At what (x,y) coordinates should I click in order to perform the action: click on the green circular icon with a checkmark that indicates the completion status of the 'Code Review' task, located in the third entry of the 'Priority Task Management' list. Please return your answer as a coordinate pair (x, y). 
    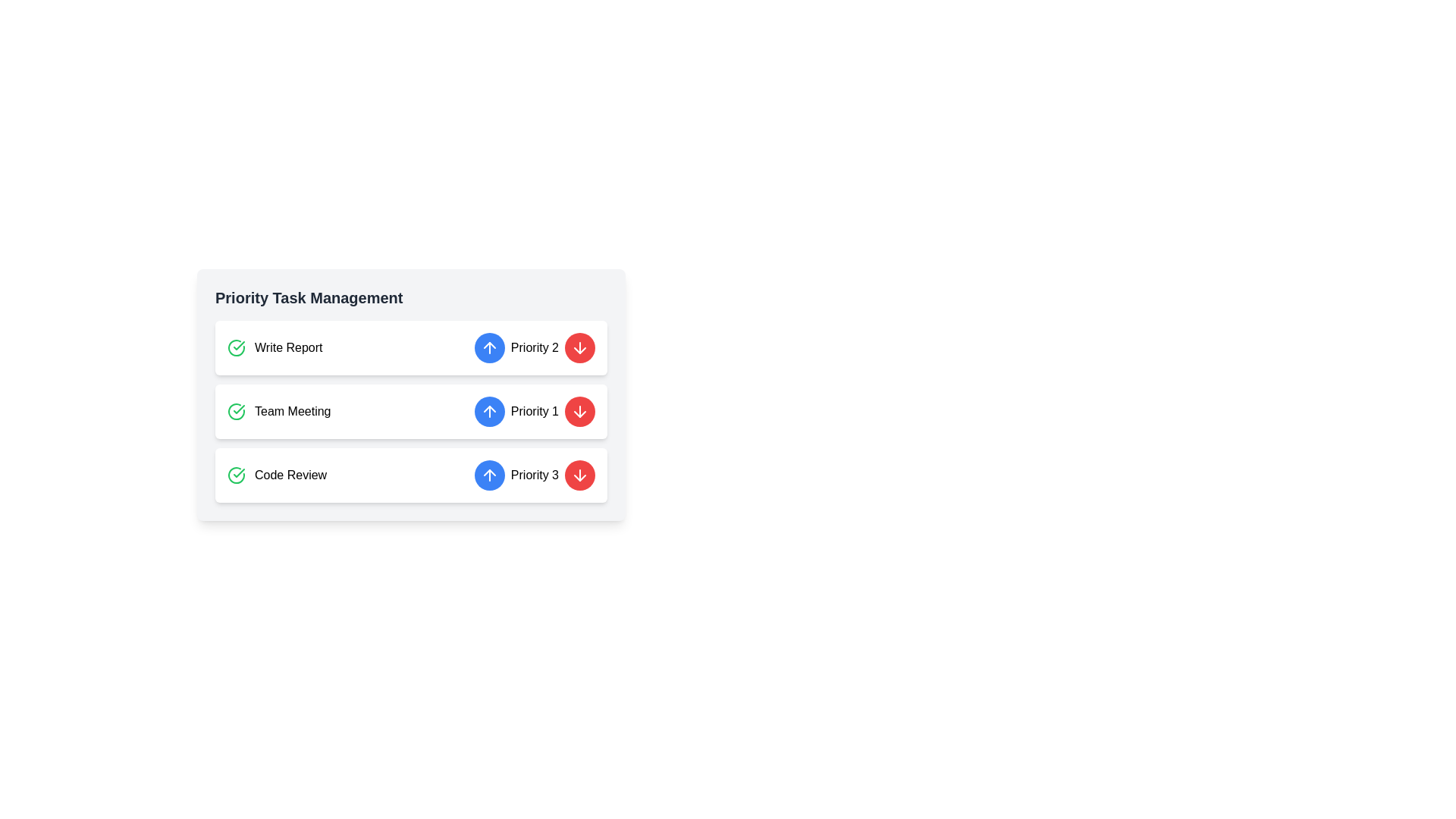
    Looking at the image, I should click on (236, 475).